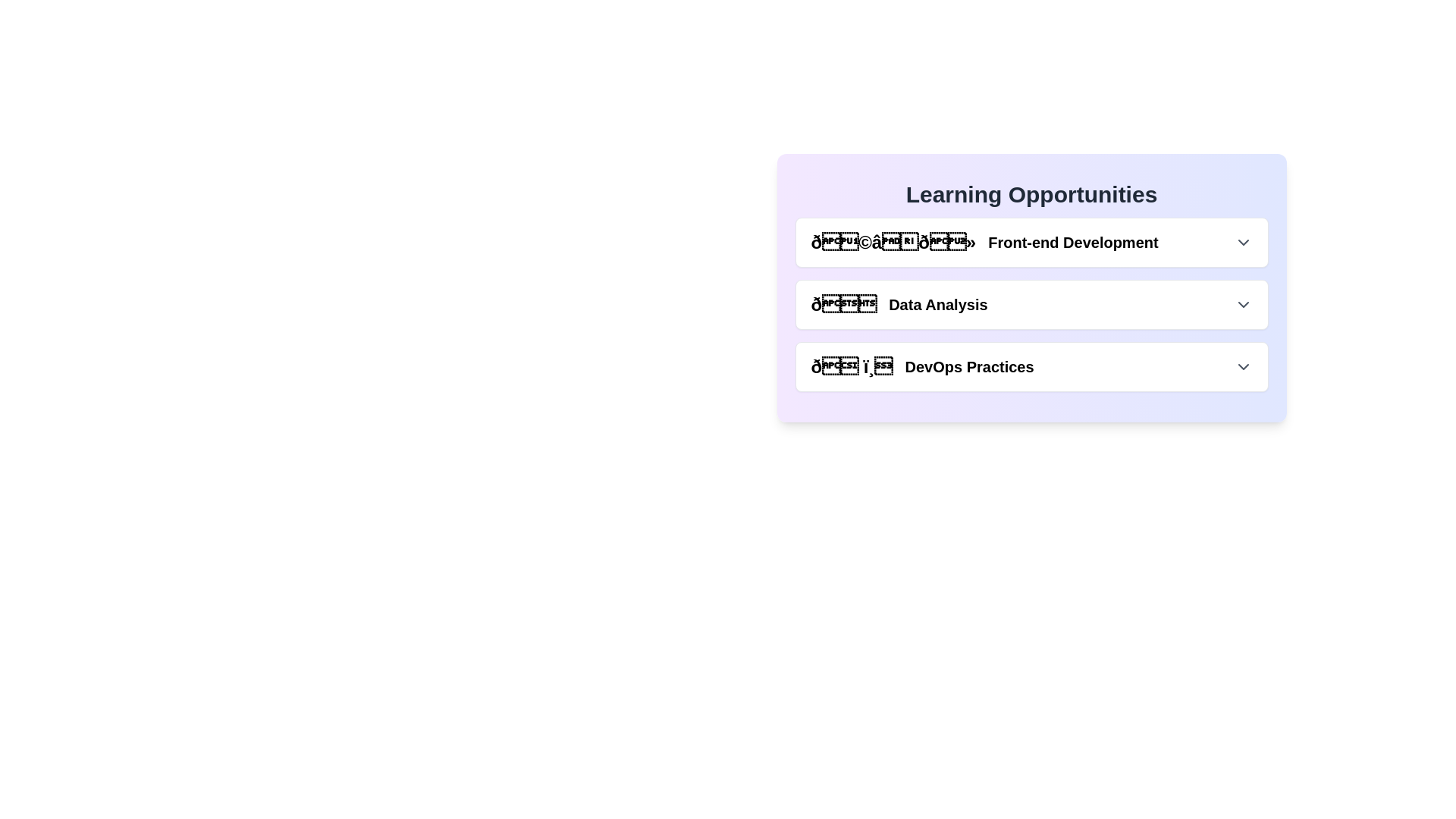 The image size is (1456, 819). What do you see at coordinates (899, 304) in the screenshot?
I see `text element that combines a bar chart emoji with the caption 'Data Analysis', which is the second item in the 'Learning Opportunities' group, located below 'Front-end Development'` at bounding box center [899, 304].